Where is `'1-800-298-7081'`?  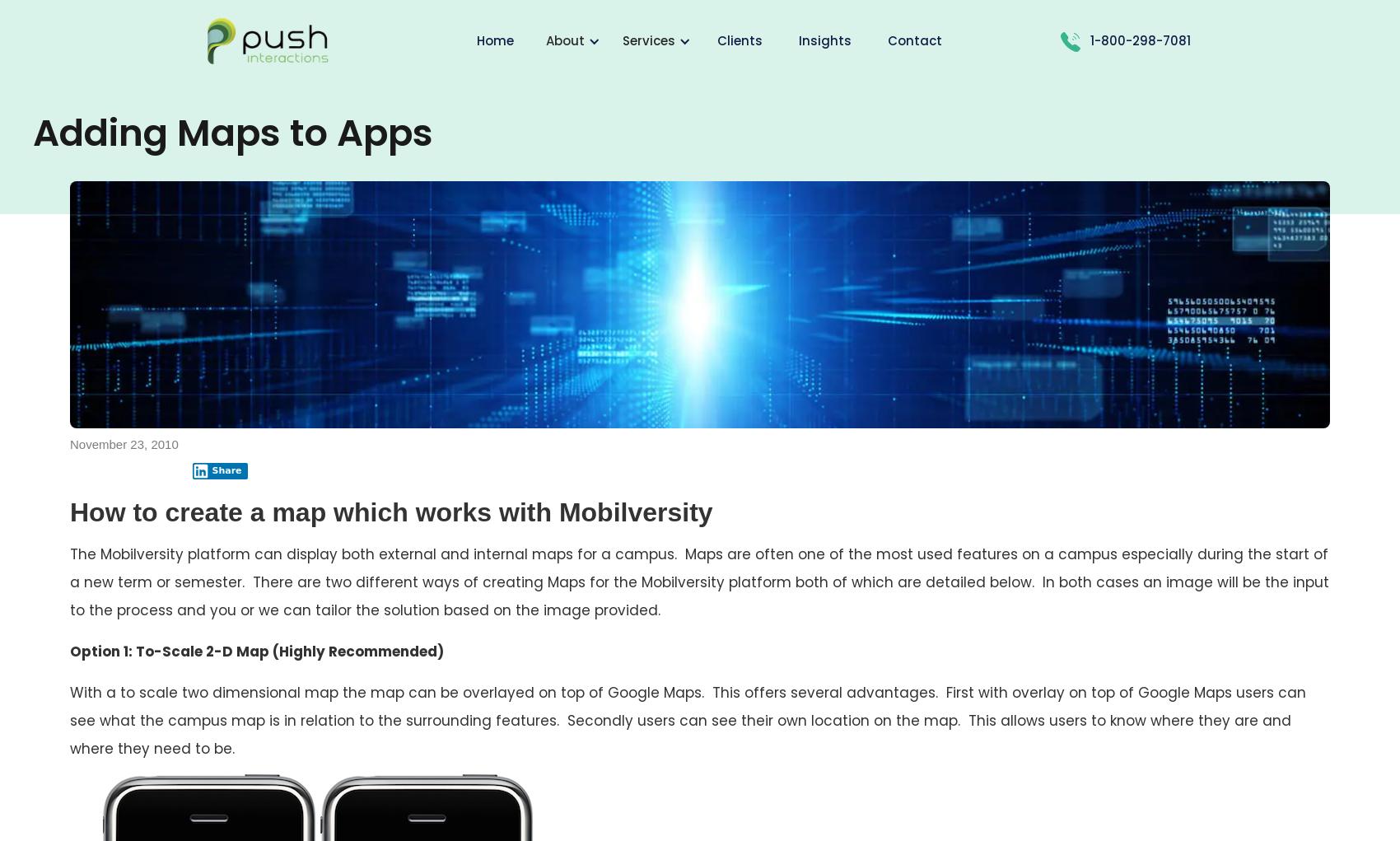
'1-800-298-7081' is located at coordinates (1139, 40).